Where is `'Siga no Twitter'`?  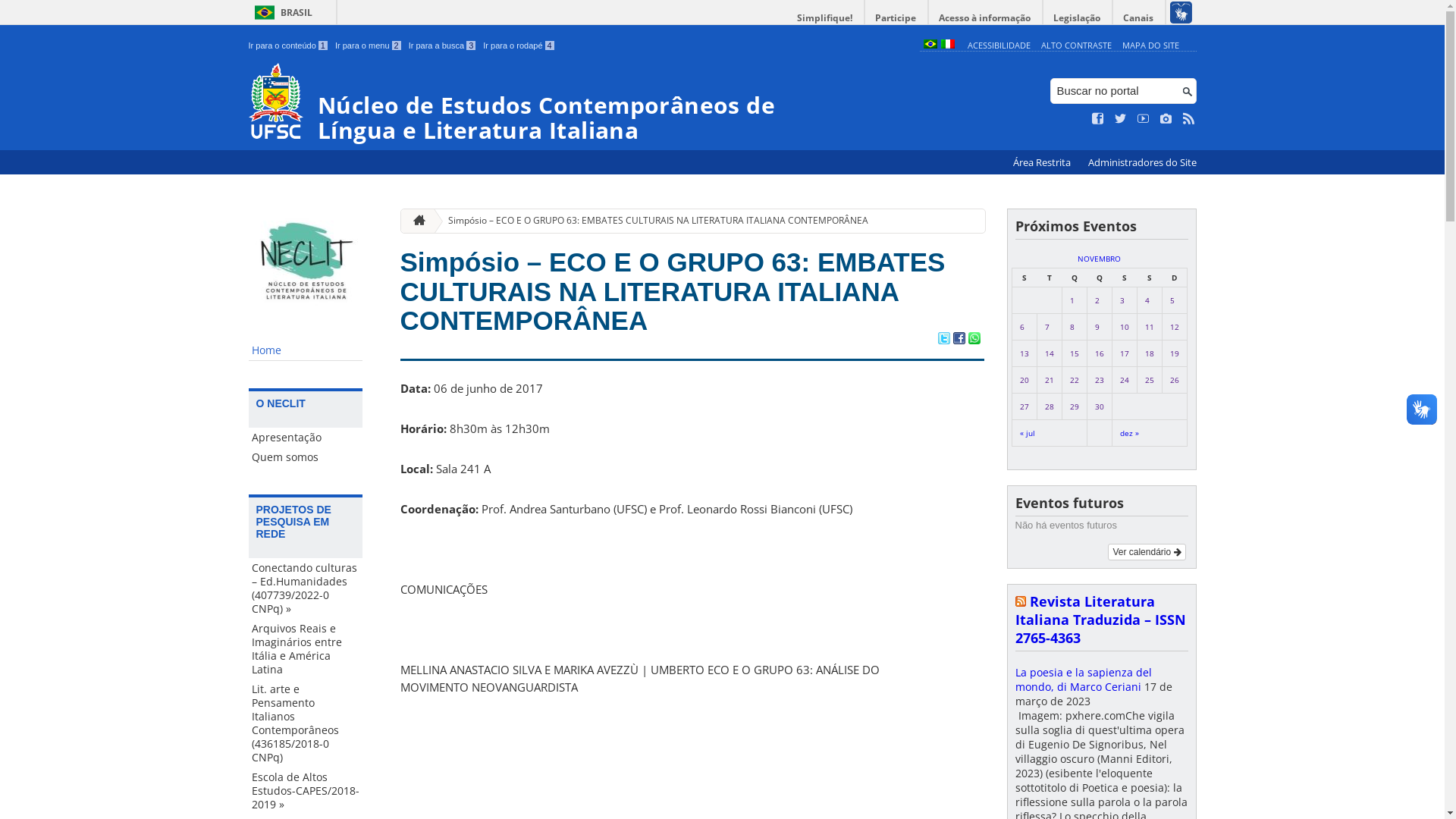 'Siga no Twitter' is located at coordinates (1121, 118).